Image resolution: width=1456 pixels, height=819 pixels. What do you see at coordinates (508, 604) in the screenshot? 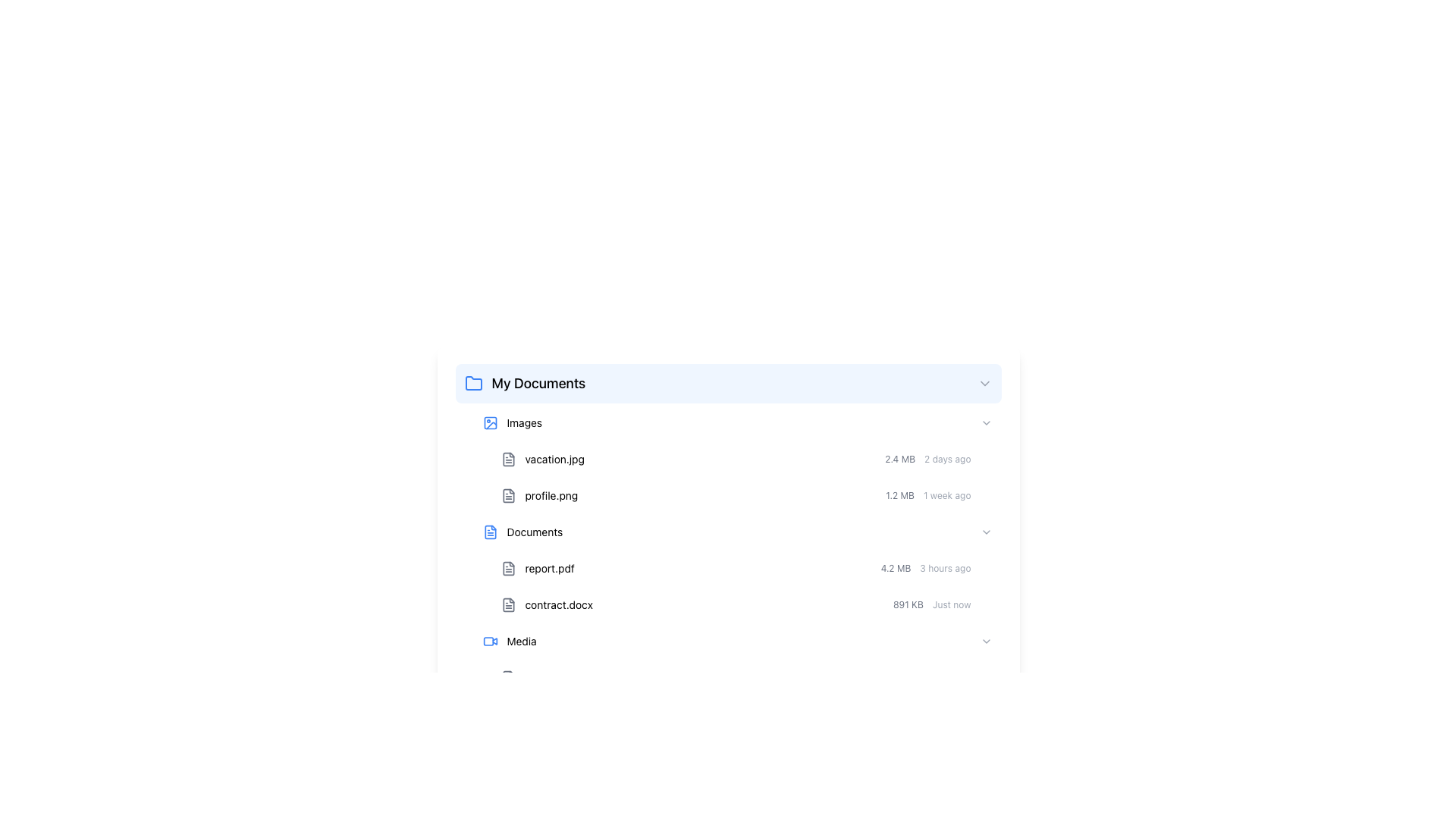
I see `the document icon, a small grayscale rectangle with a folded corner, located to the left of the text 'contract.docx'` at bounding box center [508, 604].